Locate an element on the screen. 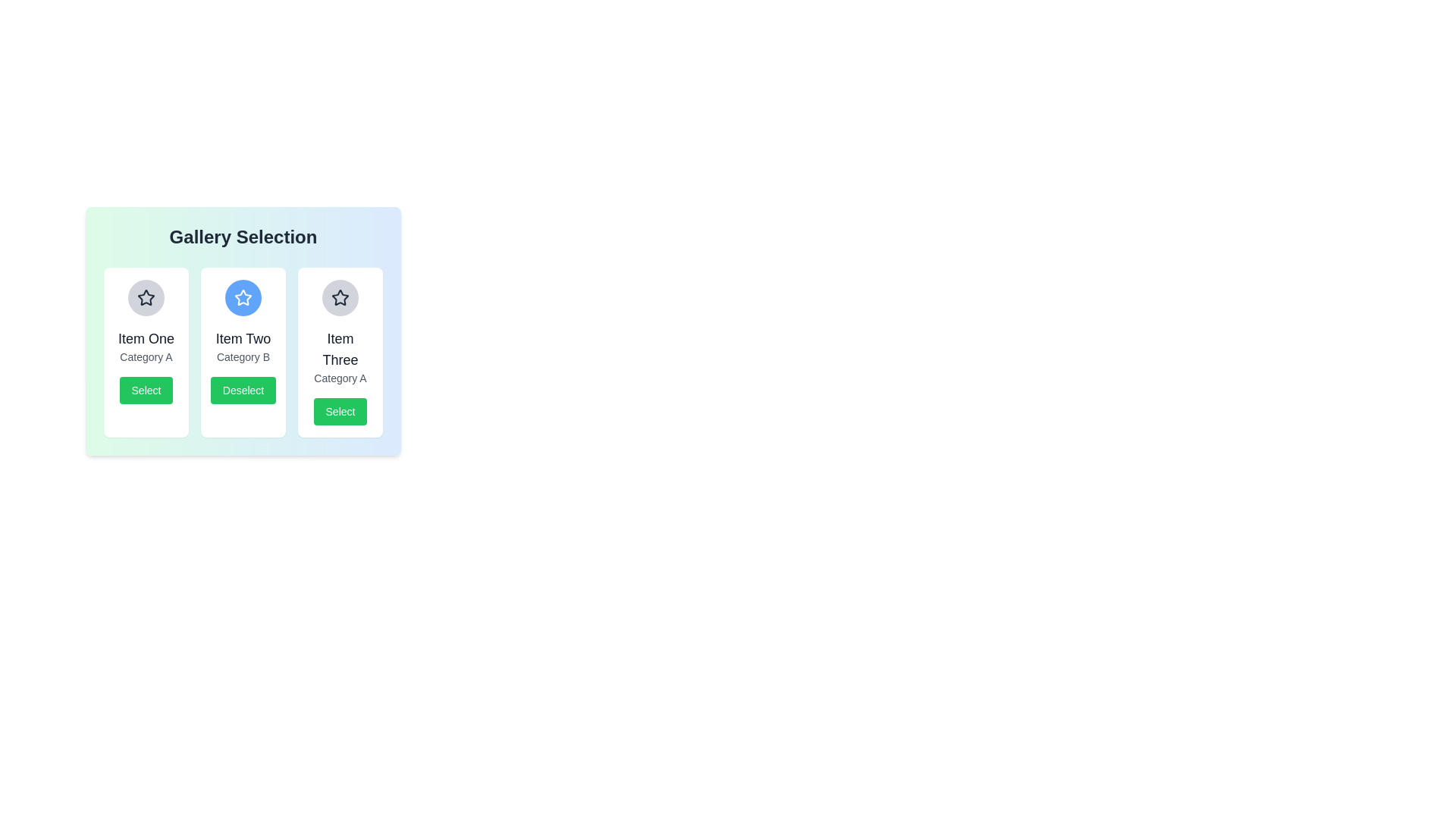 This screenshot has width=1456, height=819. the button corresponding to Item Two to toggle its selection state is located at coordinates (243, 390).